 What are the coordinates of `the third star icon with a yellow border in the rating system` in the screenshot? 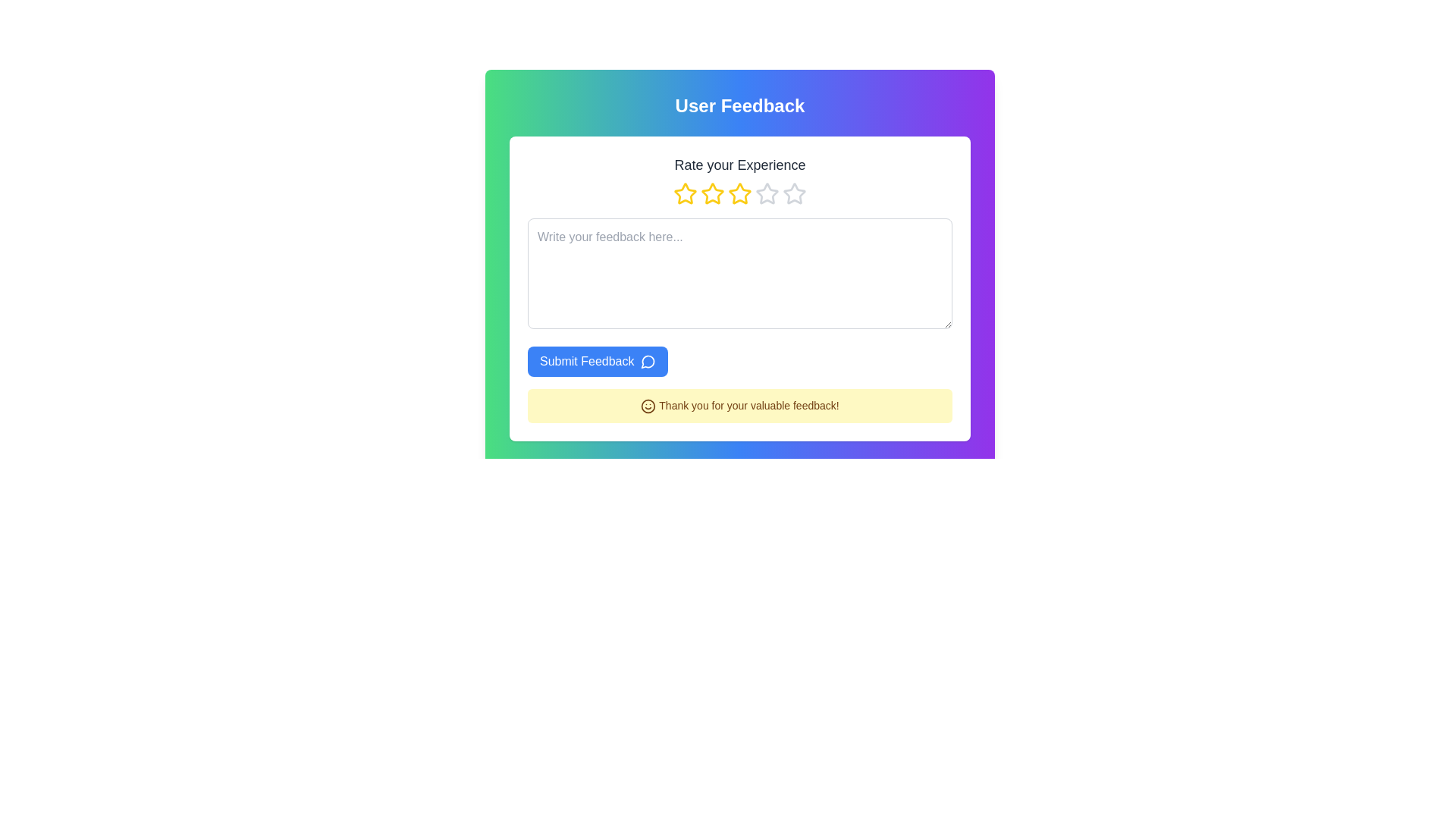 It's located at (739, 193).